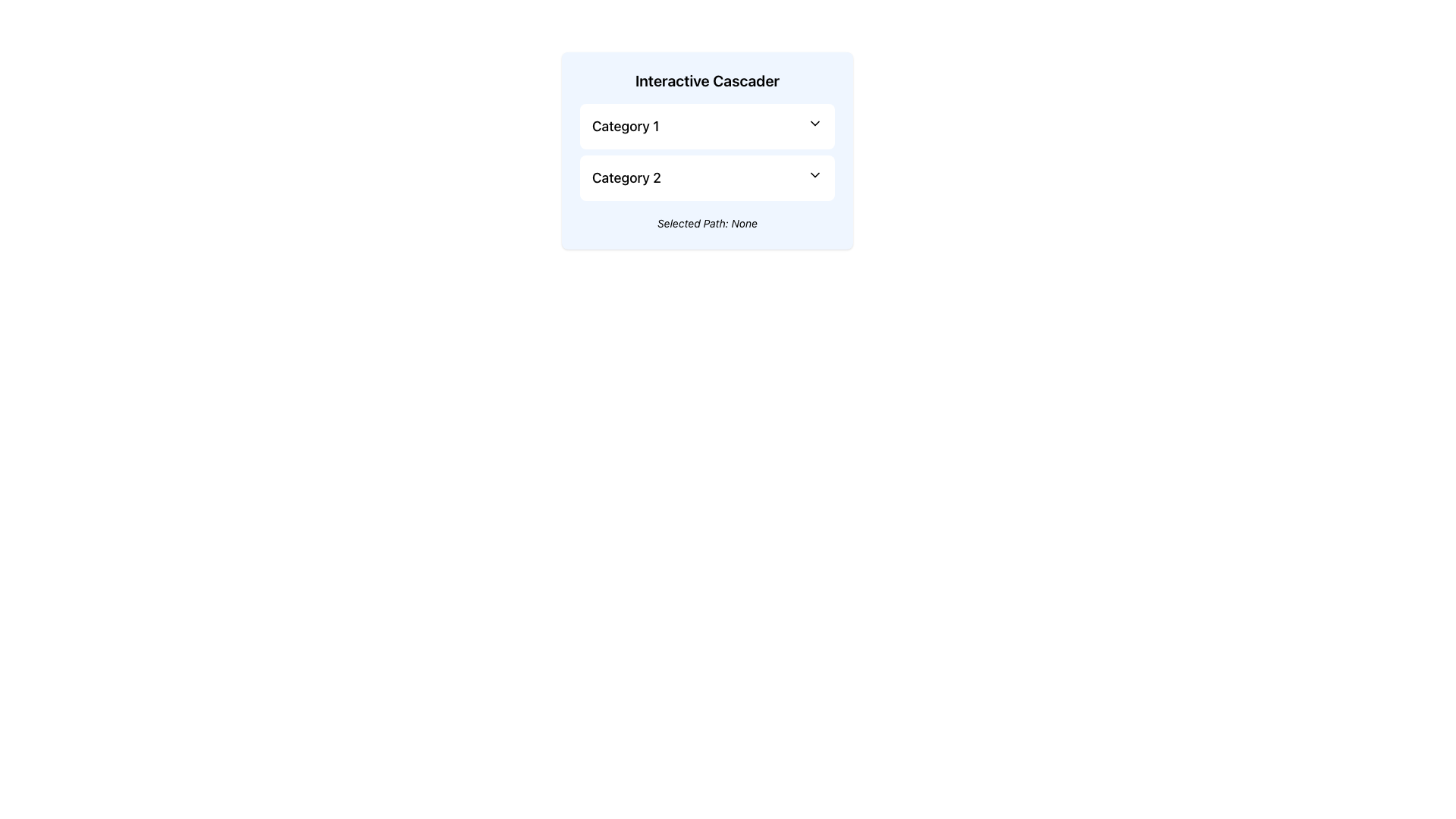 Image resolution: width=1456 pixels, height=819 pixels. What do you see at coordinates (626, 177) in the screenshot?
I see `the 'Category 2' static text element, which is displayed in a bold font within a white rectangular area` at bounding box center [626, 177].